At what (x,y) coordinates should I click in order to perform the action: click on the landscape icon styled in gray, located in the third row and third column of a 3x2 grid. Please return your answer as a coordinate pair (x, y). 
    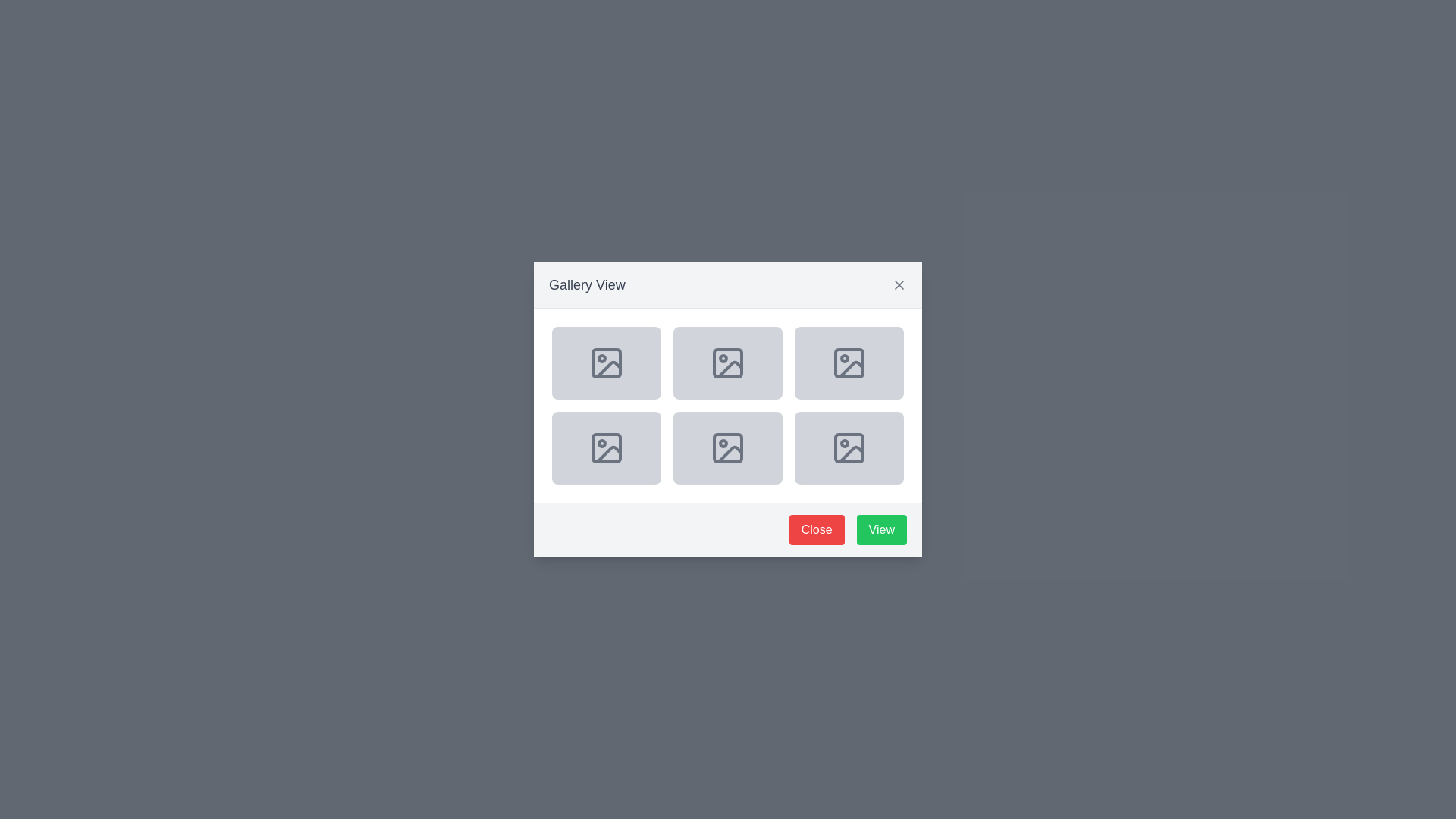
    Looking at the image, I should click on (730, 452).